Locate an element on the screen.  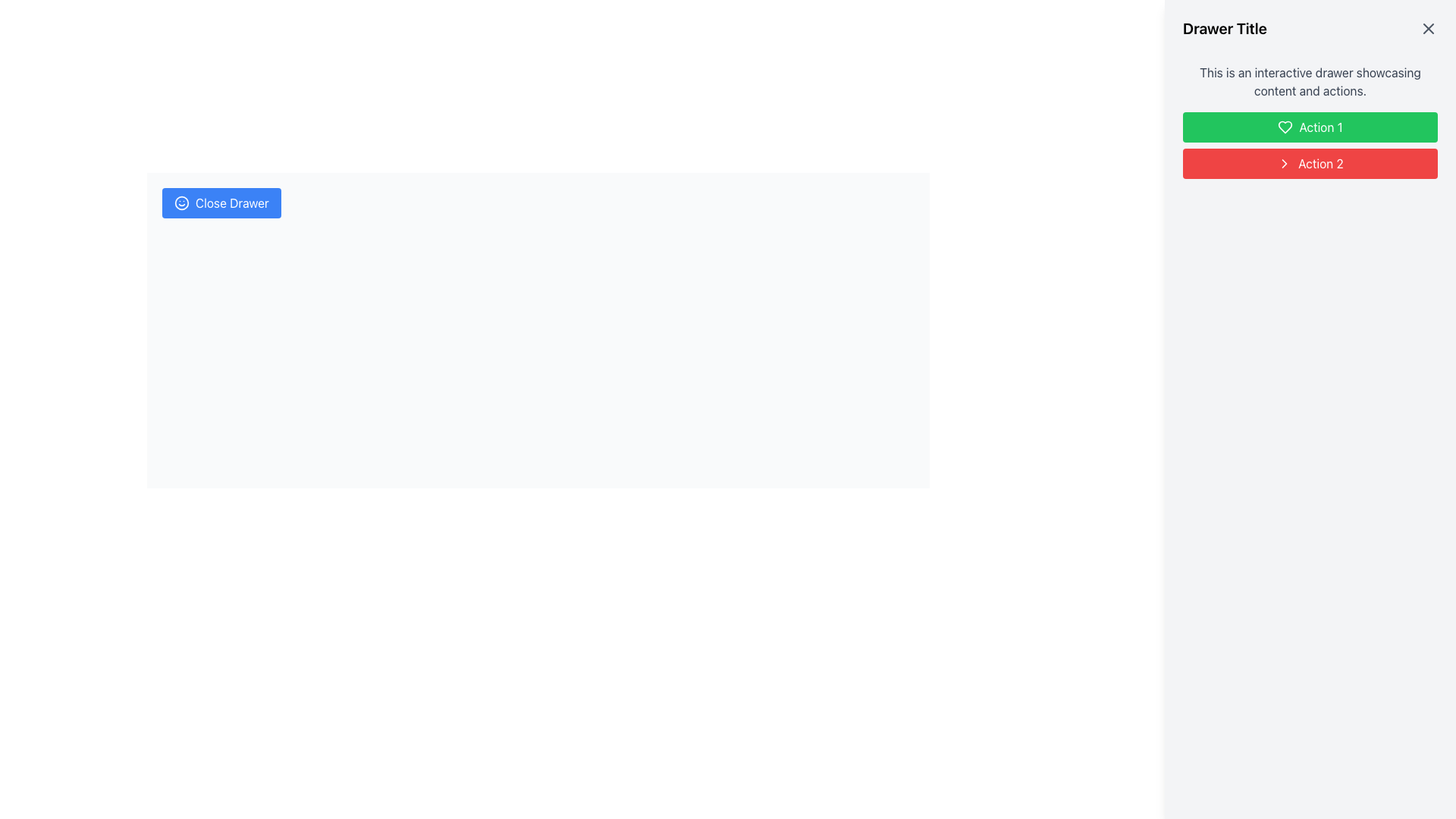
the 'Close Drawer' text within the button for accessibility tools is located at coordinates (231, 202).